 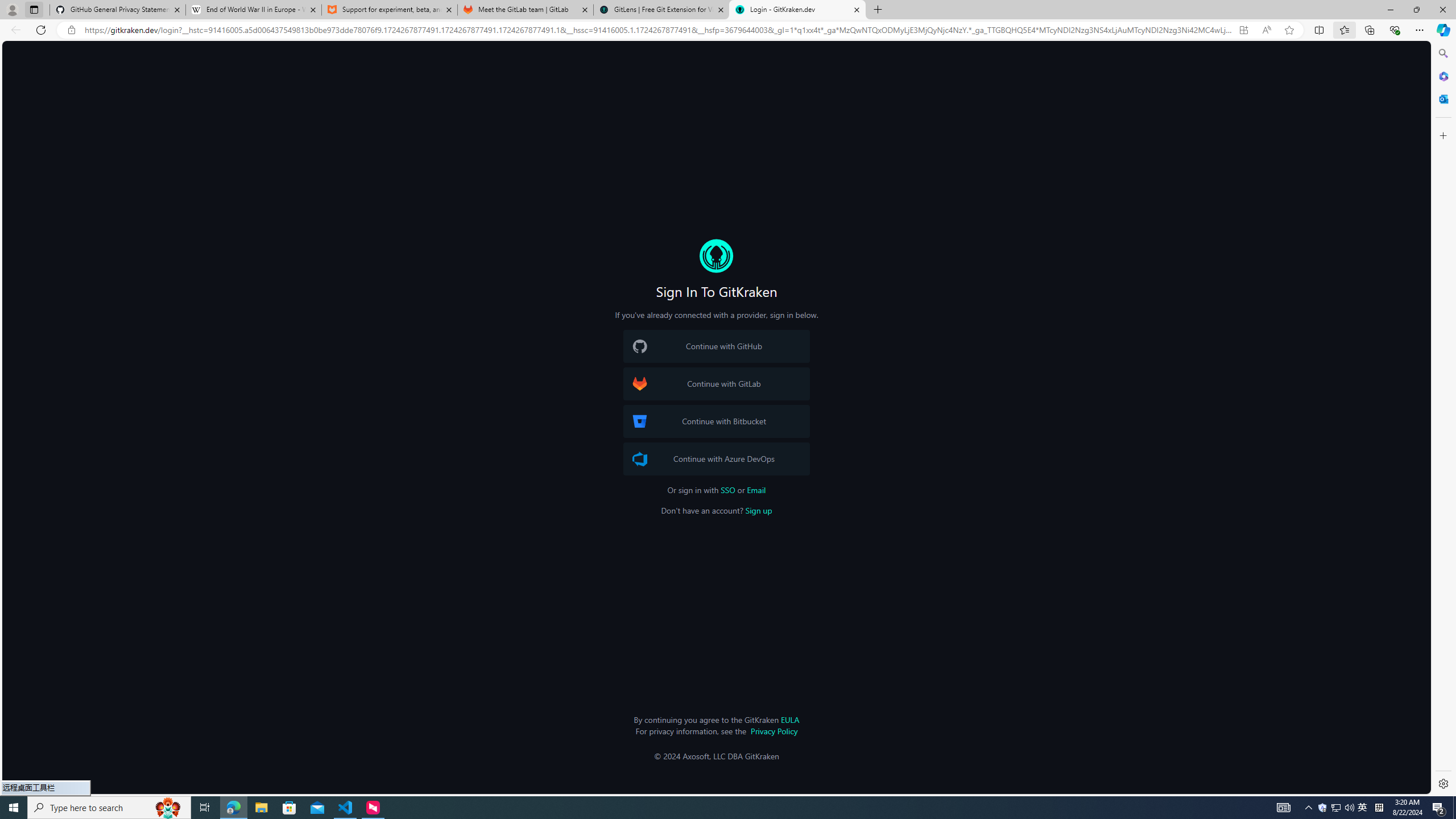 What do you see at coordinates (660, 9) in the screenshot?
I see `'GitLens | Free Git Extension for Visual Studio Code'` at bounding box center [660, 9].